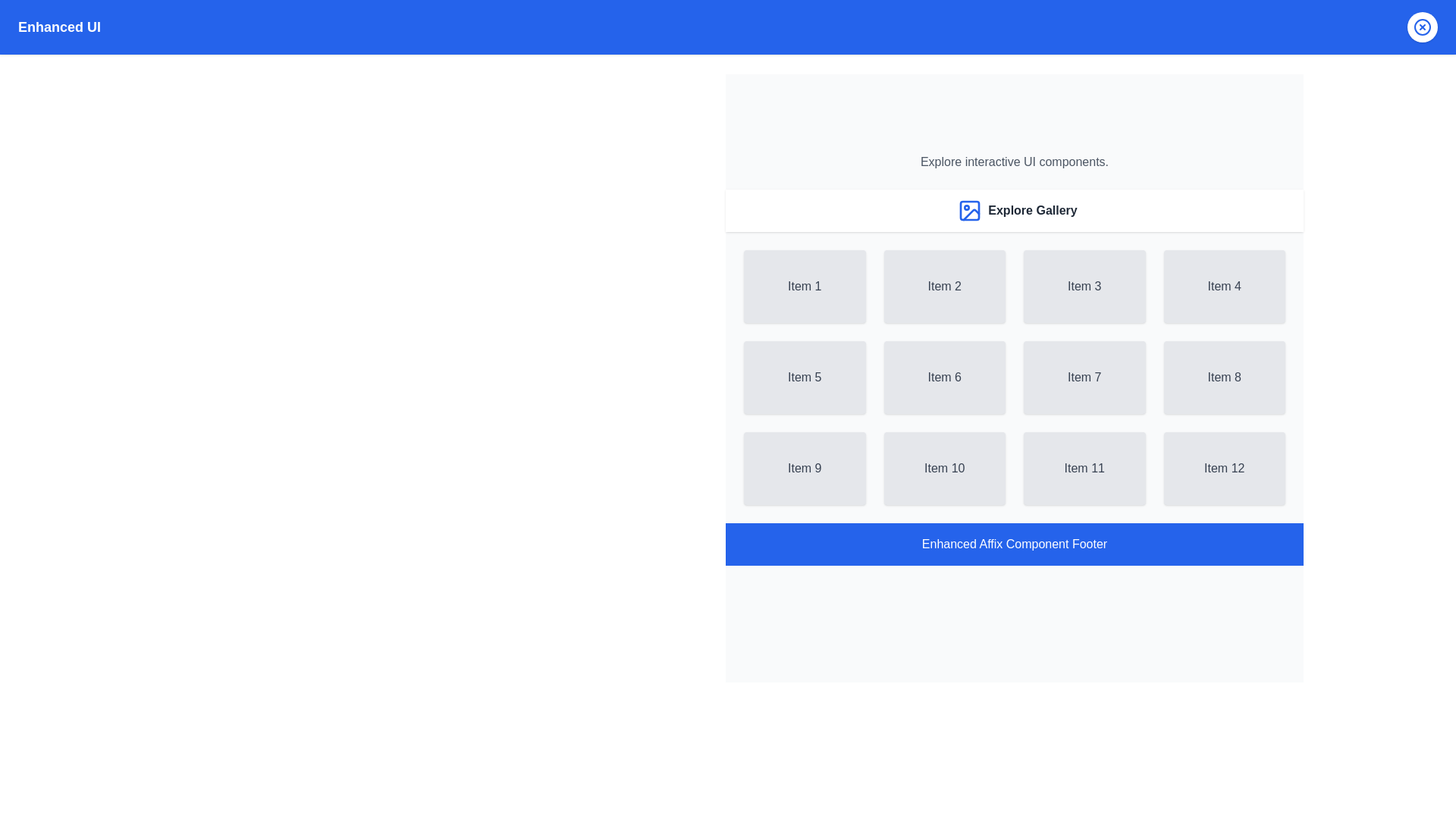  Describe the element at coordinates (1084, 287) in the screenshot. I see `the static label reading 'Item 3' in the grid block, which is a light gray rectangular element with rounded corners located in the first row and third column of the layout` at that location.